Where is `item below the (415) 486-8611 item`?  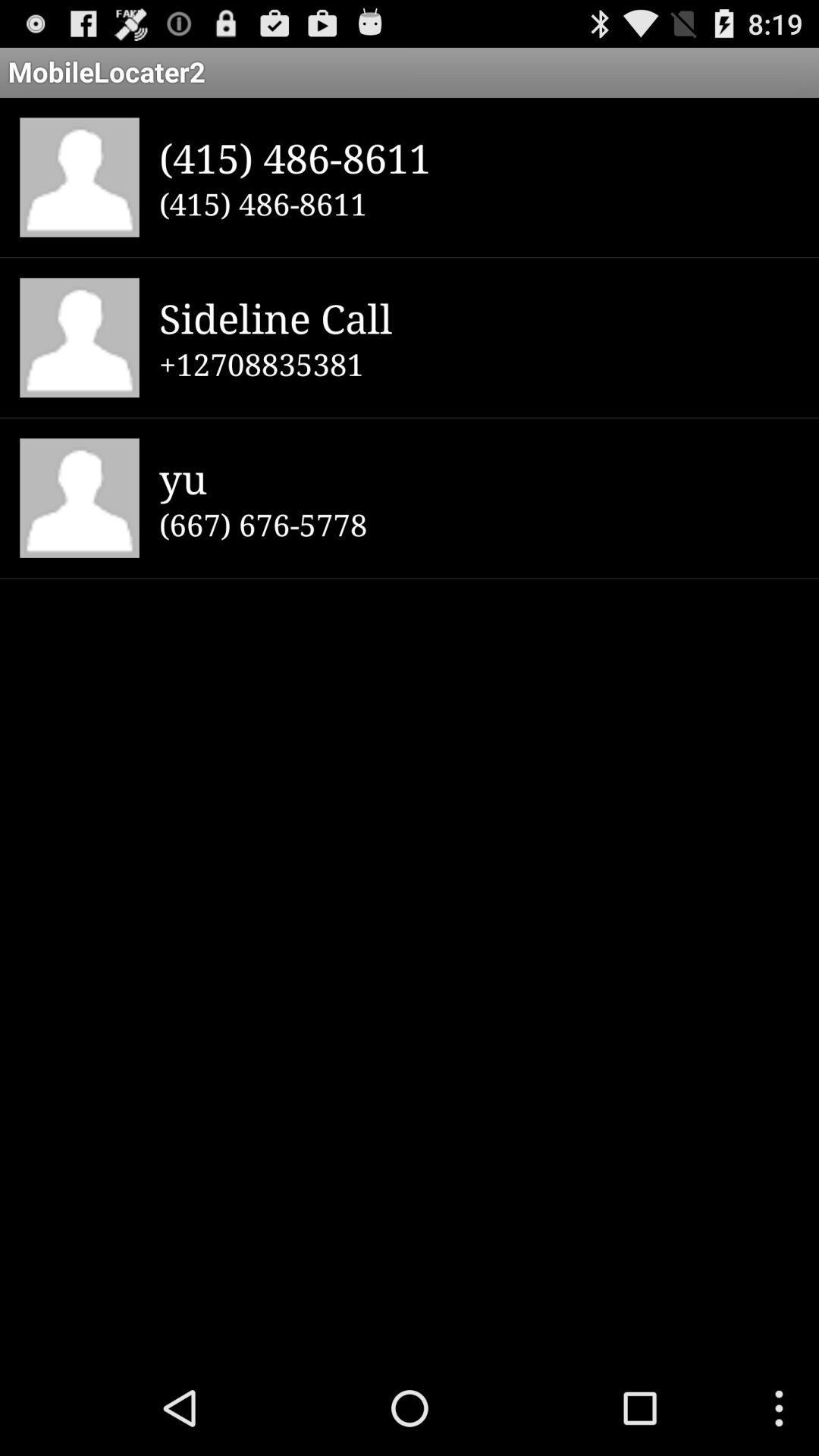 item below the (415) 486-8611 item is located at coordinates (479, 317).